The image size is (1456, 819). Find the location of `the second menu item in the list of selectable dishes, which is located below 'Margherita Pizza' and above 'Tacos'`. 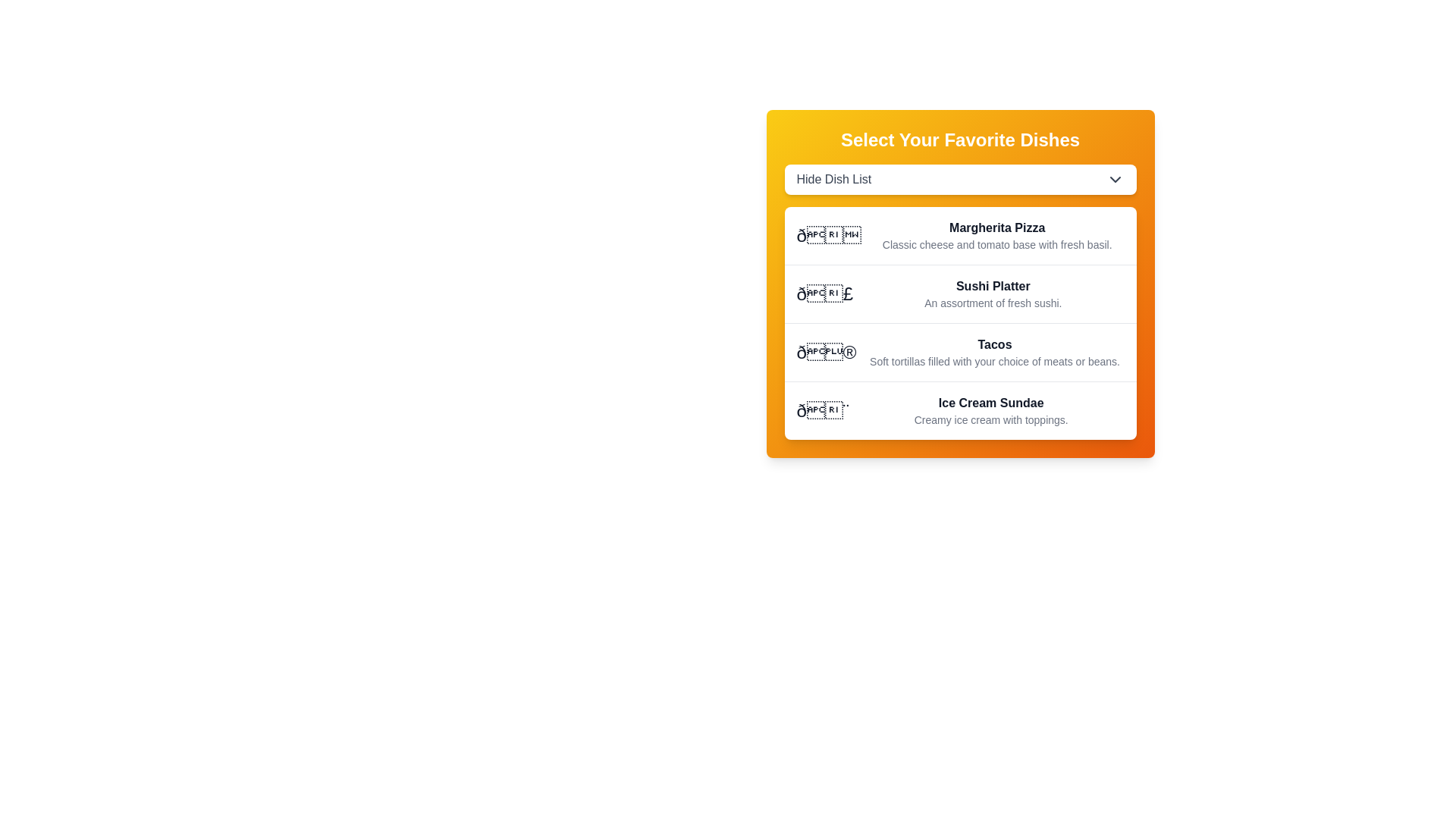

the second menu item in the list of selectable dishes, which is located below 'Margherita Pizza' and above 'Tacos' is located at coordinates (959, 293).